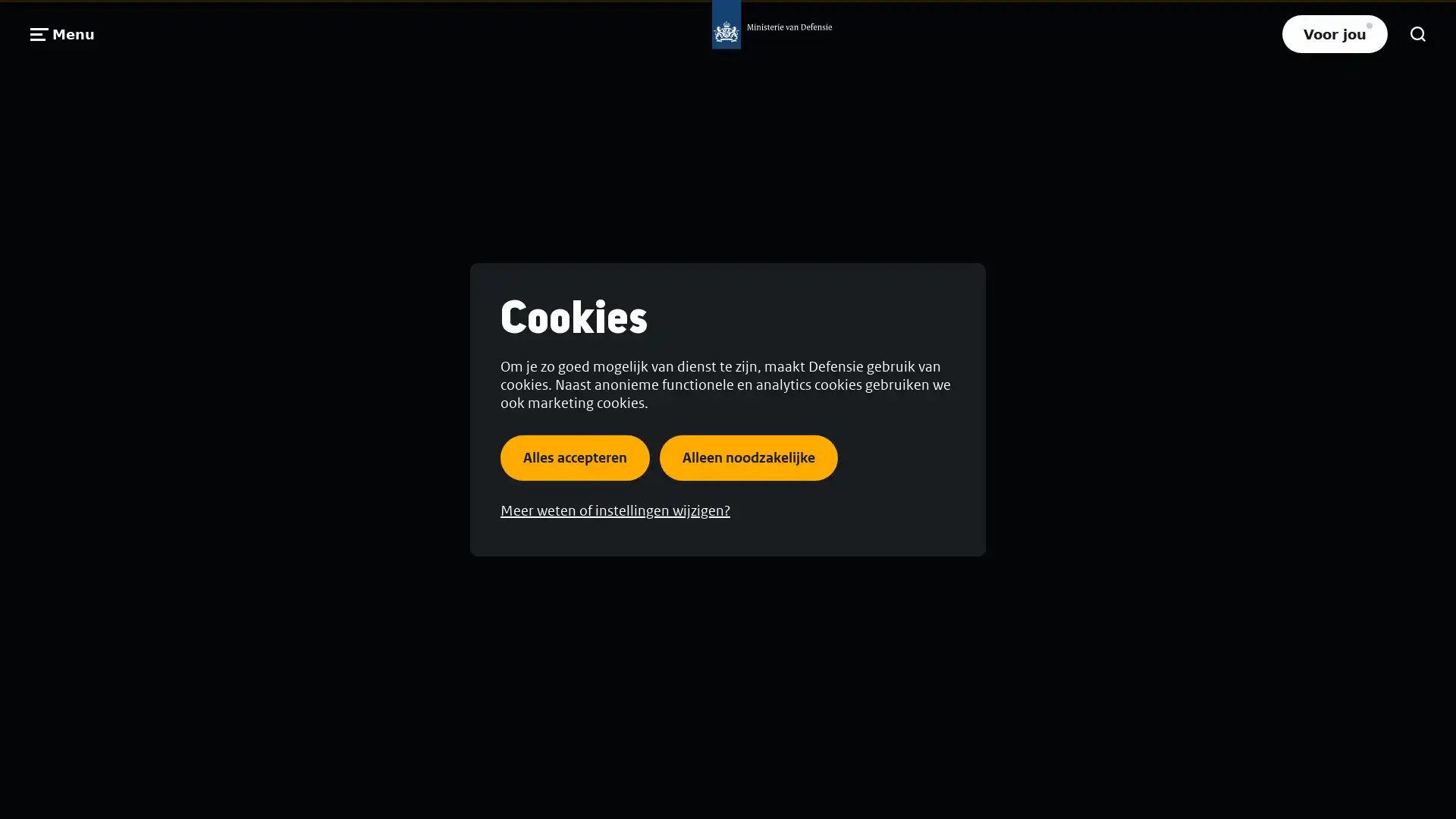  What do you see at coordinates (61, 33) in the screenshot?
I see `Menu openen` at bounding box center [61, 33].